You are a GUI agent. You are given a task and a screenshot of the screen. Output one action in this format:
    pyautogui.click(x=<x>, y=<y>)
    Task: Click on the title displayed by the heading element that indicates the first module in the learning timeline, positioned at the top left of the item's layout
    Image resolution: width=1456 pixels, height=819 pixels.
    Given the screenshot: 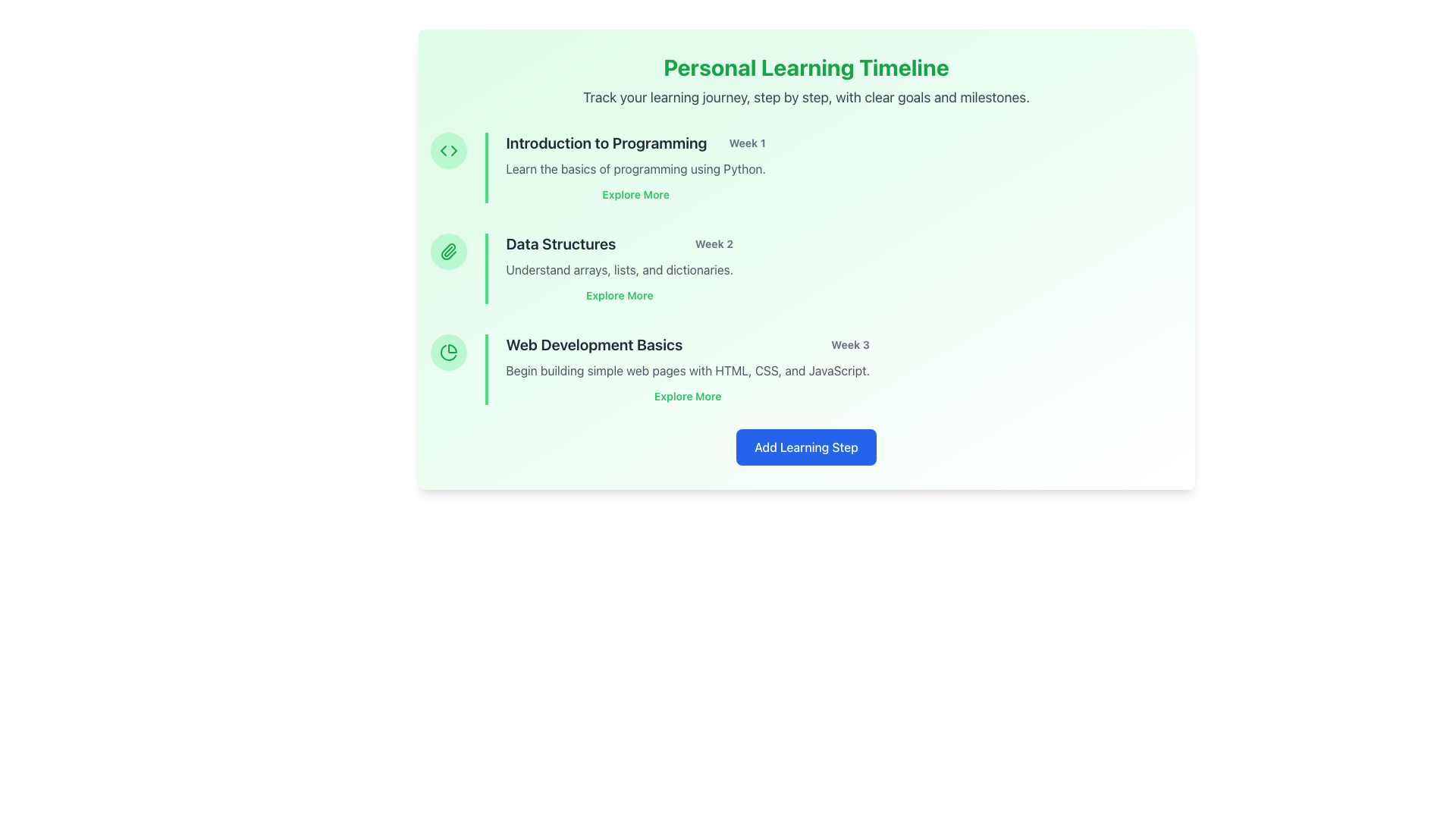 What is the action you would take?
    pyautogui.click(x=607, y=143)
    